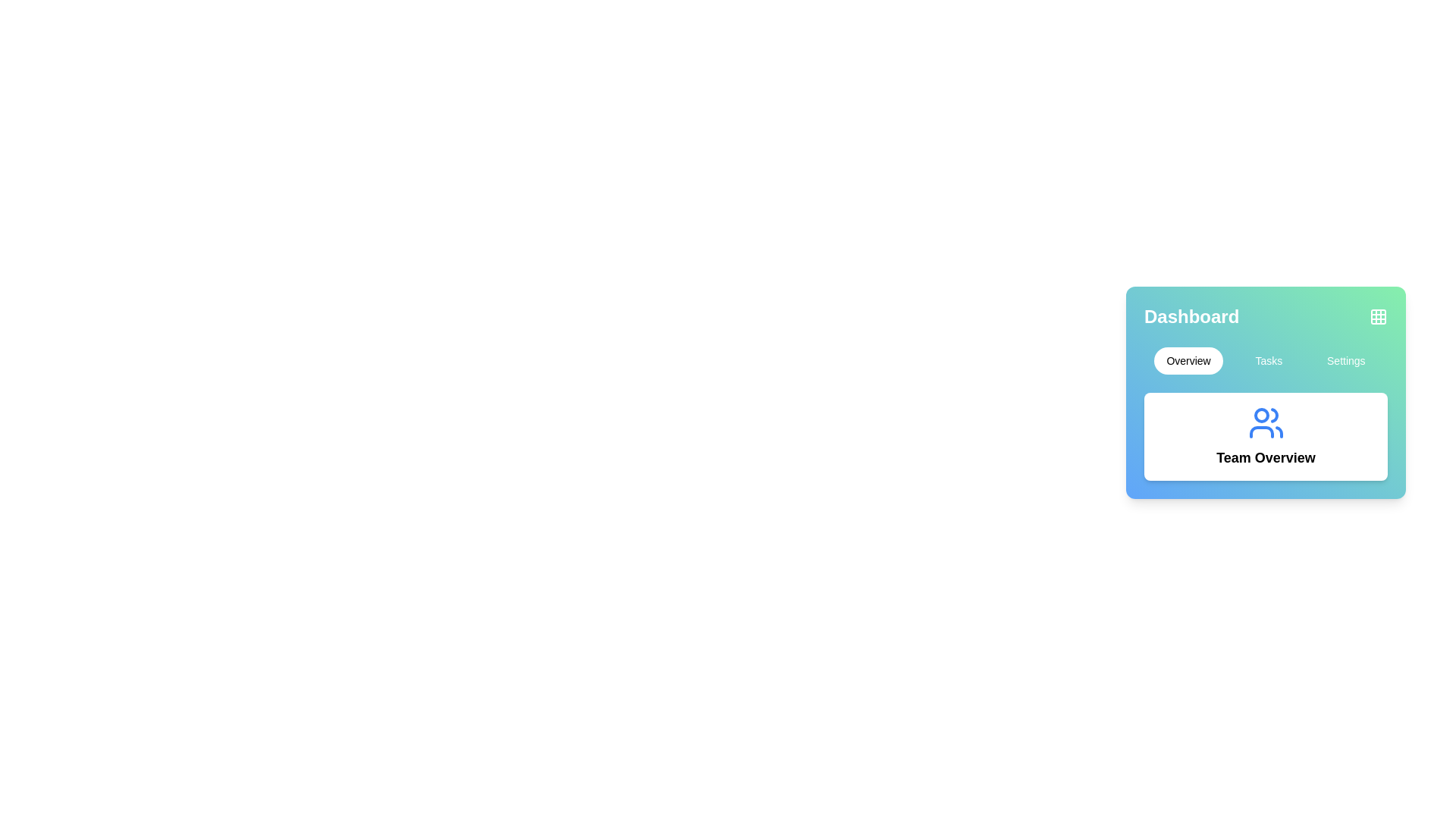 The width and height of the screenshot is (1456, 819). I want to click on the icon depicting a group of people located at the top-center of the 'Team Overview' card in the dashboard interface, so click(1266, 423).